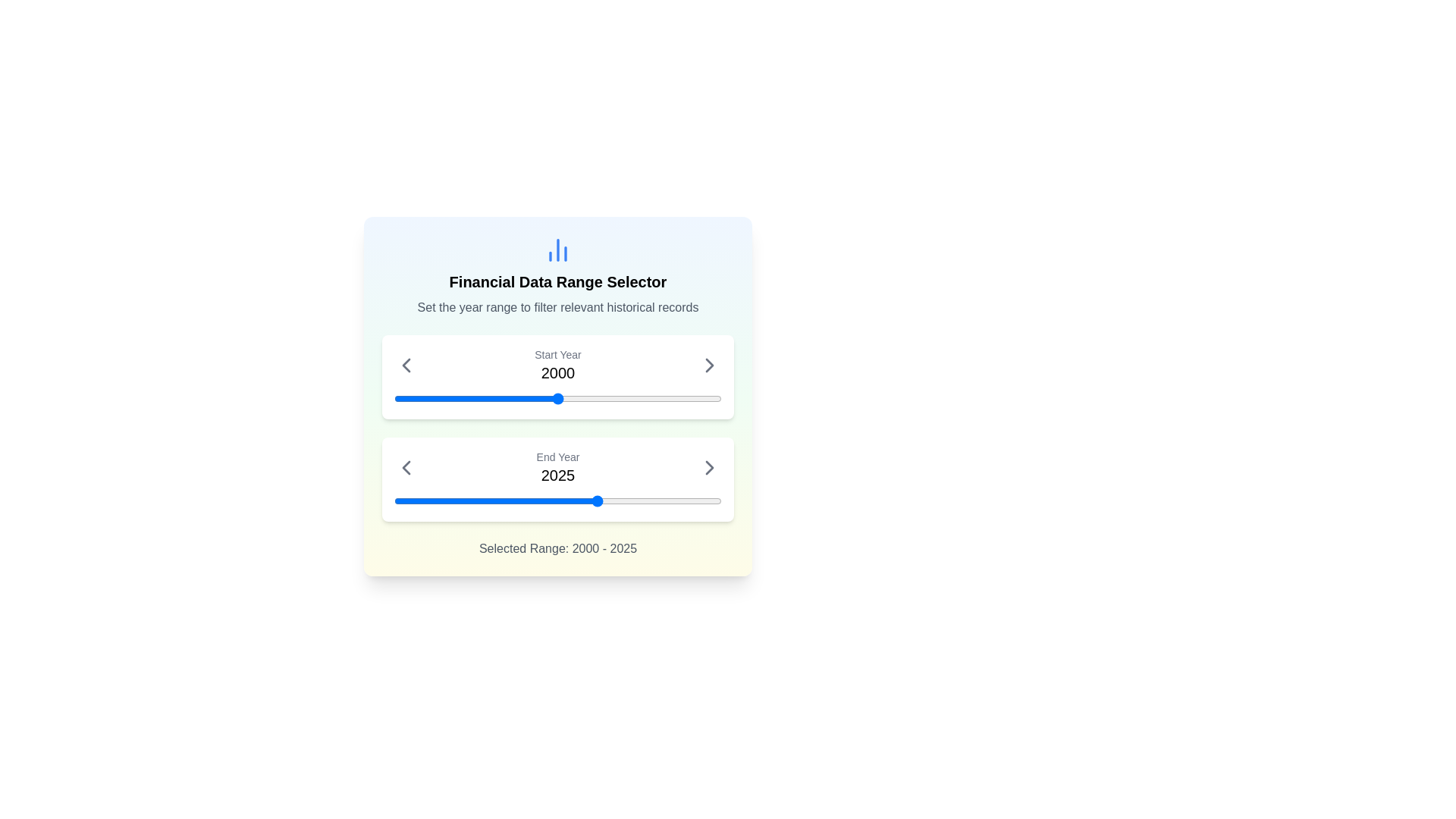 The width and height of the screenshot is (1456, 819). I want to click on the right-facing chevron icon button located to the right of the 'End Year 2025' text to increment the year, so click(709, 467).